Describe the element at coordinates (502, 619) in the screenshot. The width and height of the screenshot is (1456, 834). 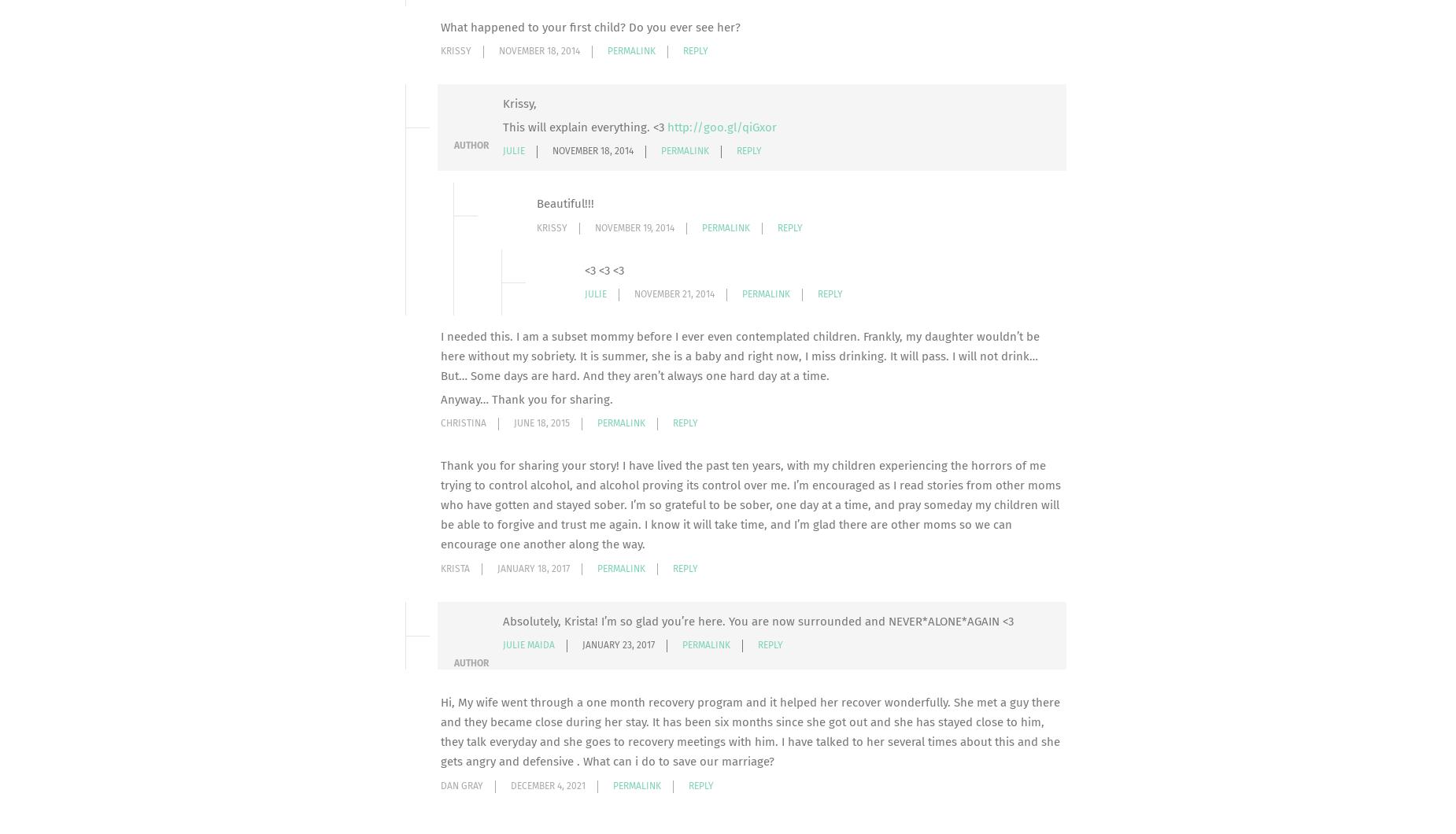
I see `'Absolutely, Krista! I’m so glad you’re here. You are now surrounded and NEVER*ALONE*AGAIN <3'` at that location.